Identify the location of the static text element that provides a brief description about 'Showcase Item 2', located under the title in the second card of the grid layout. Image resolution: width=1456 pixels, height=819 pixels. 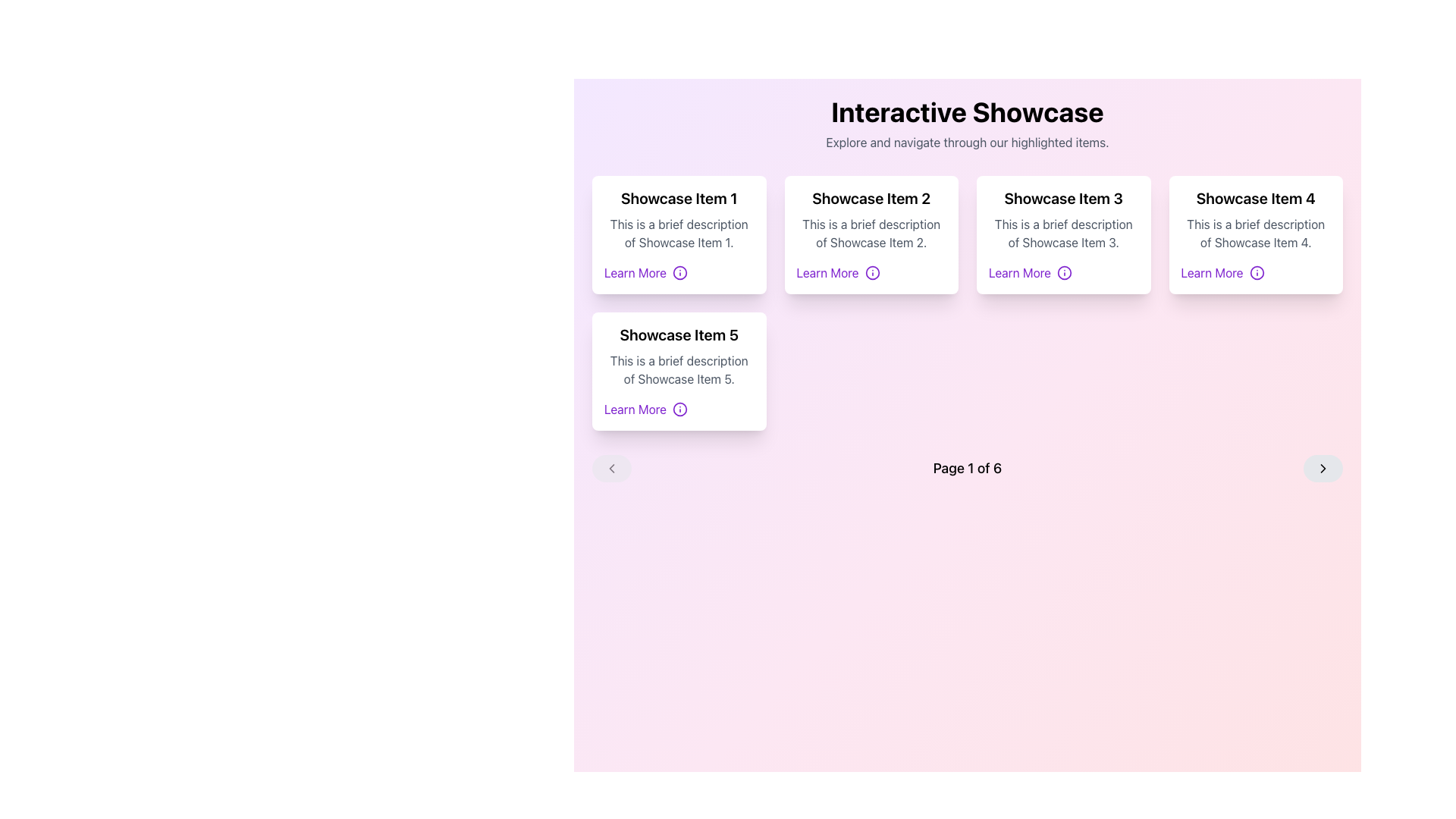
(871, 234).